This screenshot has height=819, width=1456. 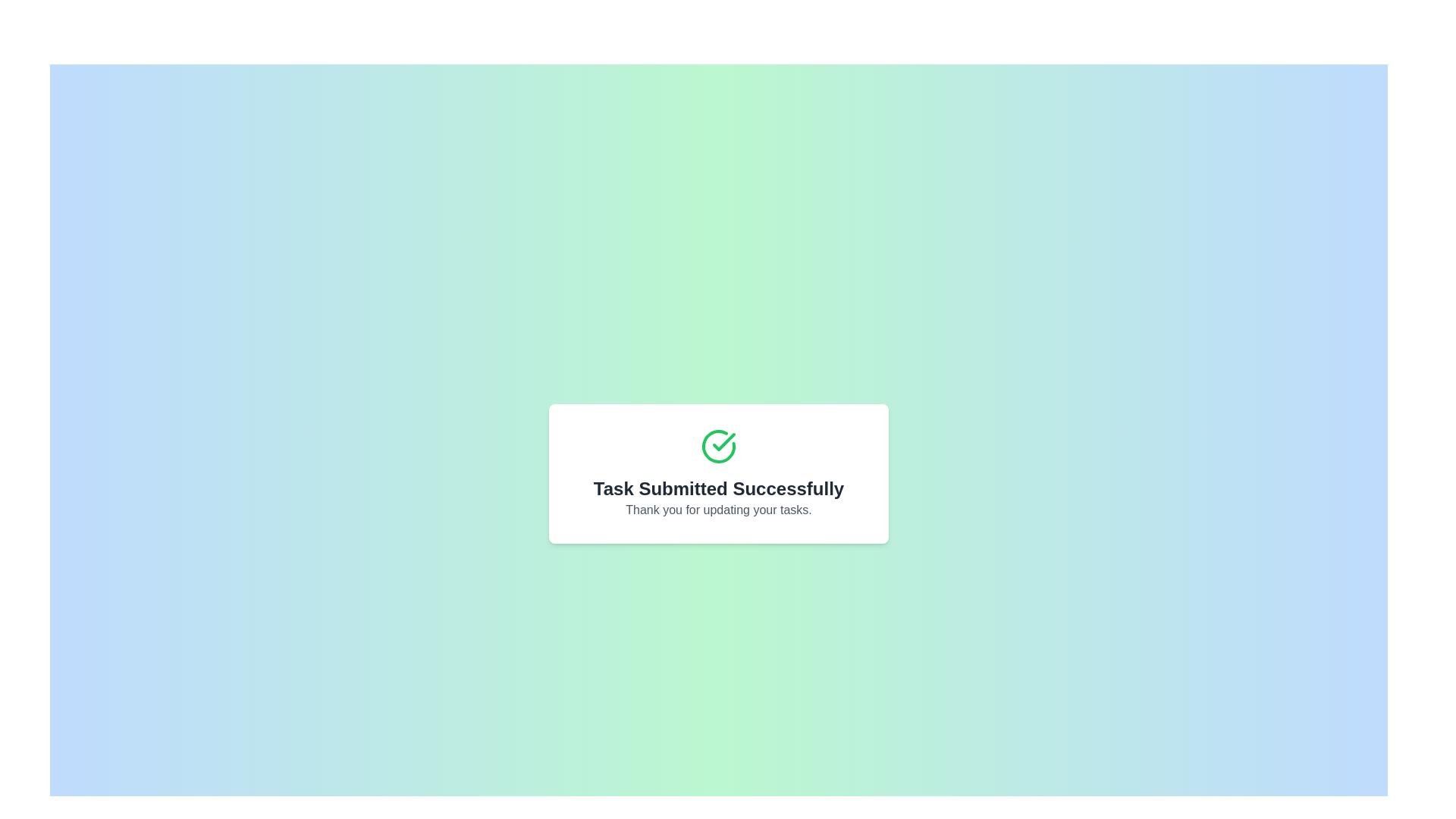 I want to click on the success icon indicating task completion, which is visually represented within a green circular indicator in the center of the white dialog box, so click(x=723, y=441).